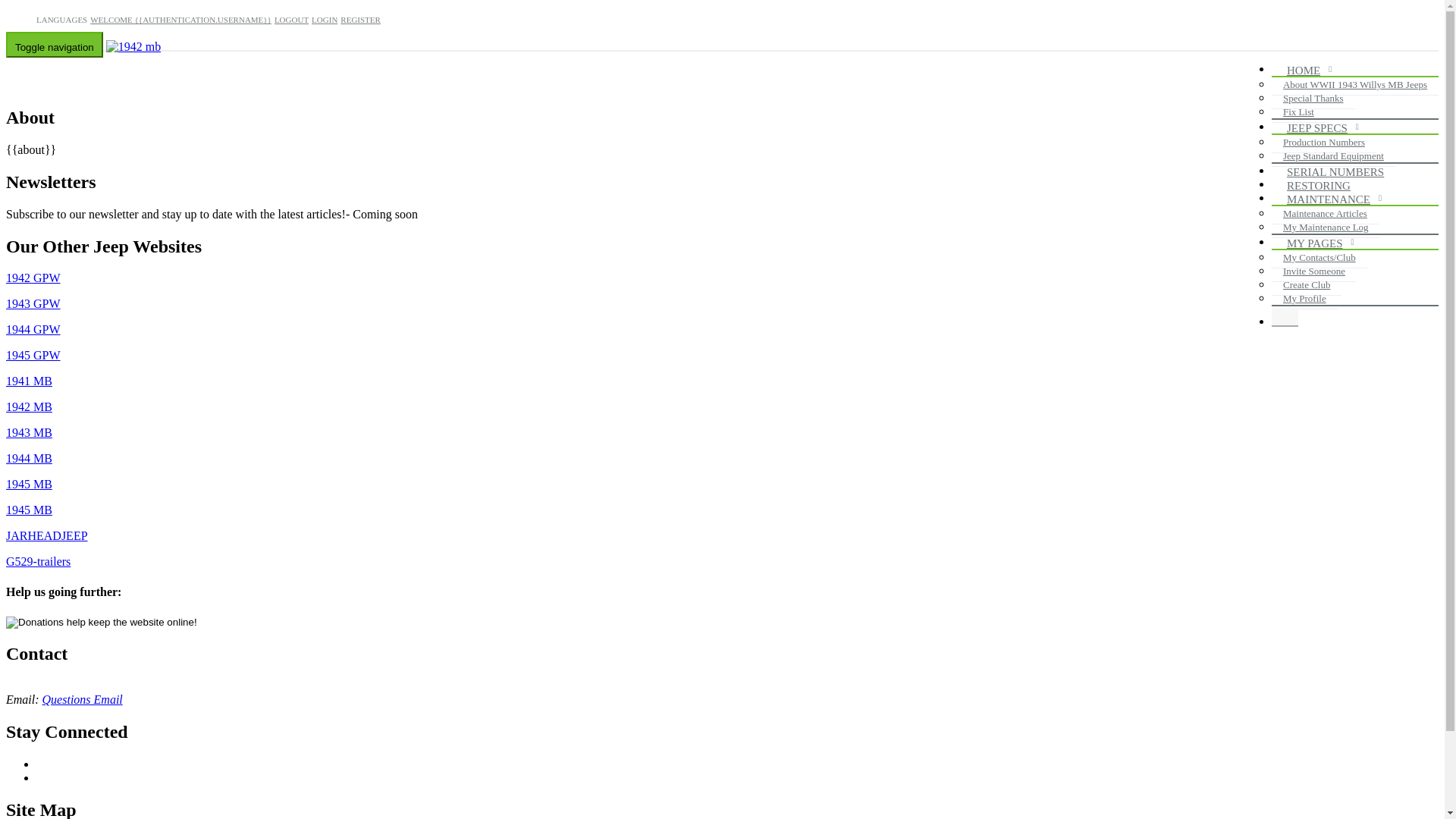  What do you see at coordinates (274, 20) in the screenshot?
I see `'LOGOUT'` at bounding box center [274, 20].